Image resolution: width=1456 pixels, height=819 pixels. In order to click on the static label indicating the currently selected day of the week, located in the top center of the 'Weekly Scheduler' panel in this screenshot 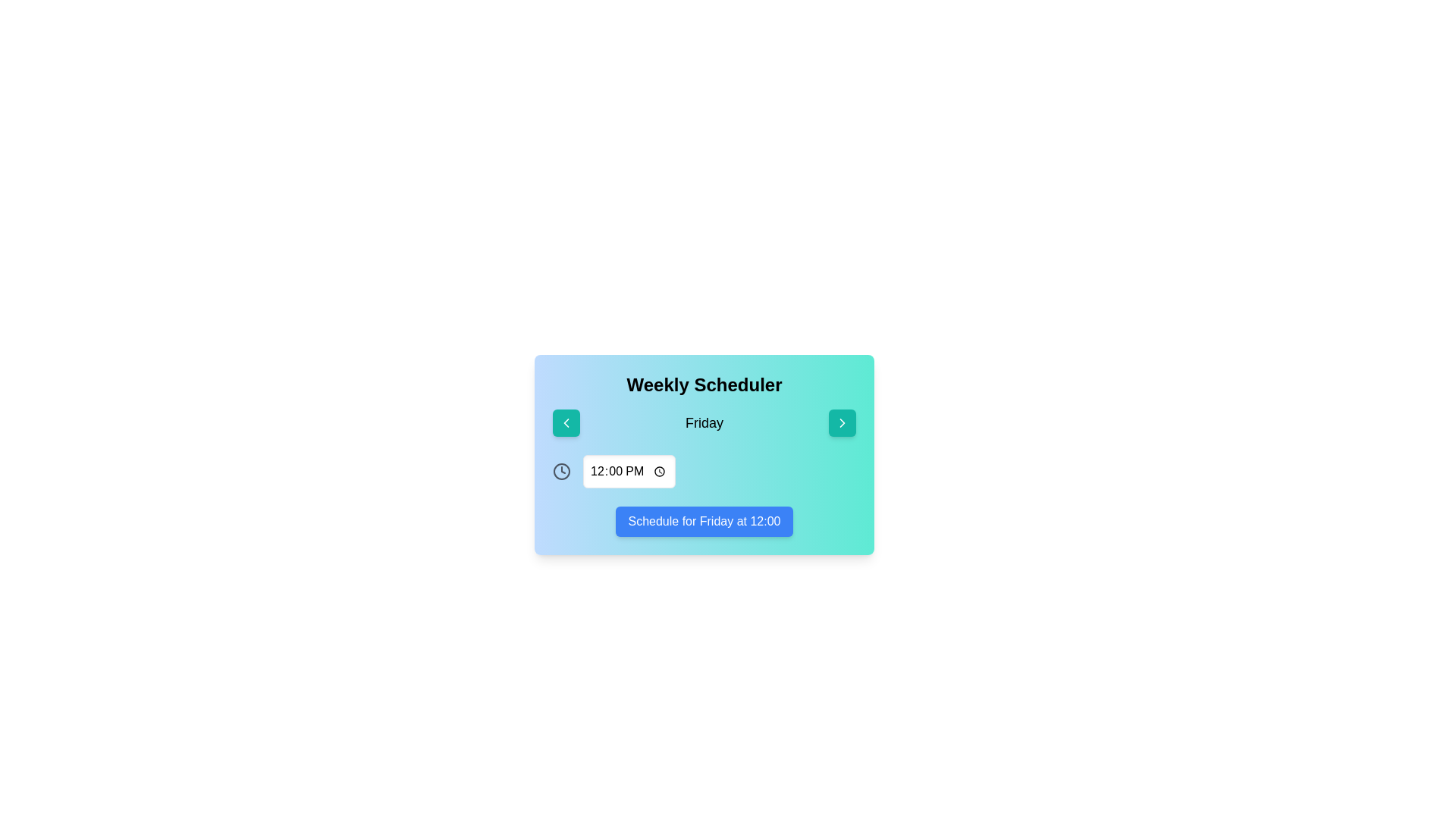, I will do `click(704, 423)`.